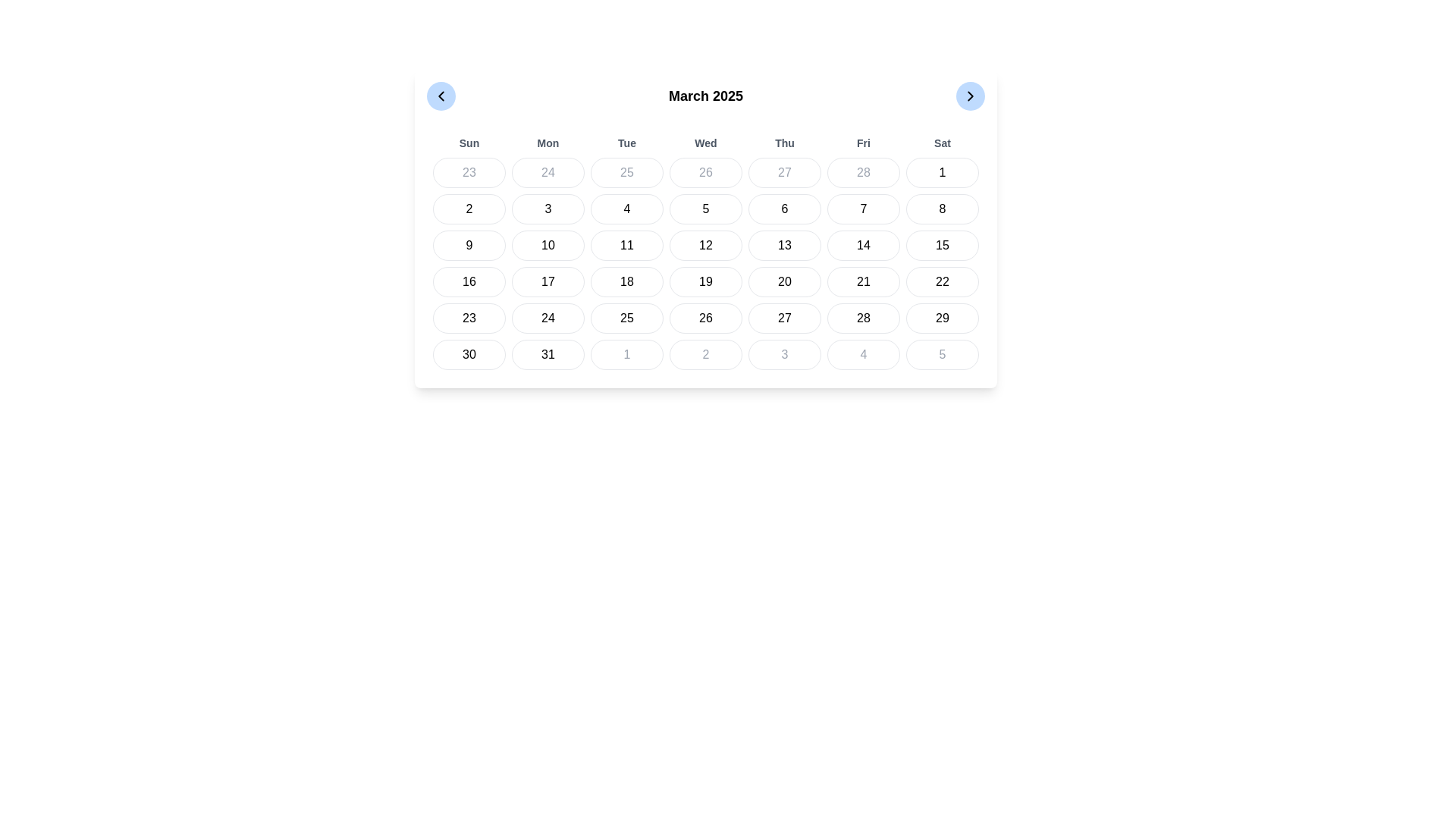 Image resolution: width=1456 pixels, height=819 pixels. What do you see at coordinates (705, 281) in the screenshot?
I see `the interactive button representing the date March 19, 2025, located in the fourth row of the calendar grid, directly below 'Wed' and between '18' and '20'` at bounding box center [705, 281].